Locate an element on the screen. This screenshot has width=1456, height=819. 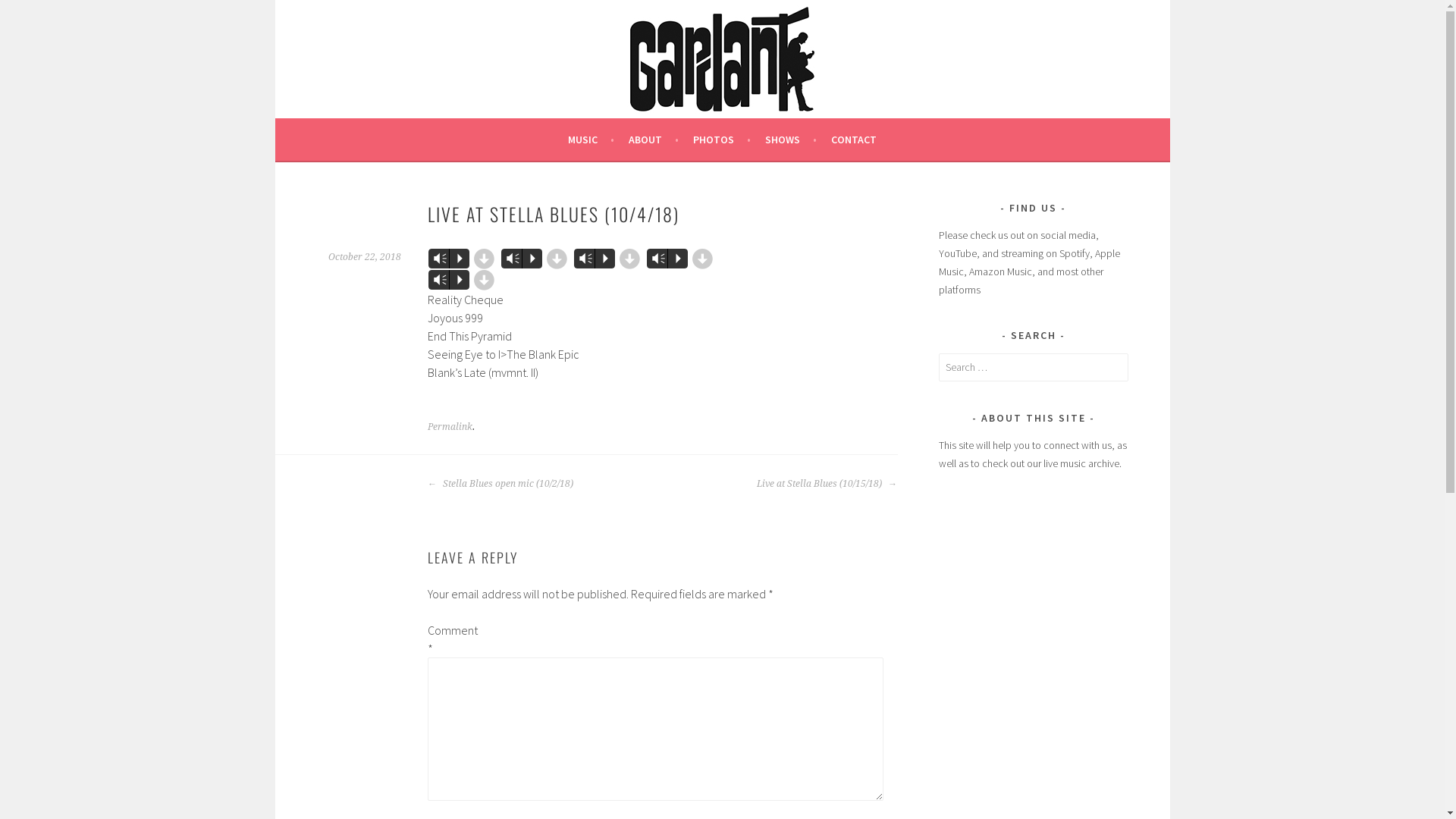
'd' is located at coordinates (483, 280).